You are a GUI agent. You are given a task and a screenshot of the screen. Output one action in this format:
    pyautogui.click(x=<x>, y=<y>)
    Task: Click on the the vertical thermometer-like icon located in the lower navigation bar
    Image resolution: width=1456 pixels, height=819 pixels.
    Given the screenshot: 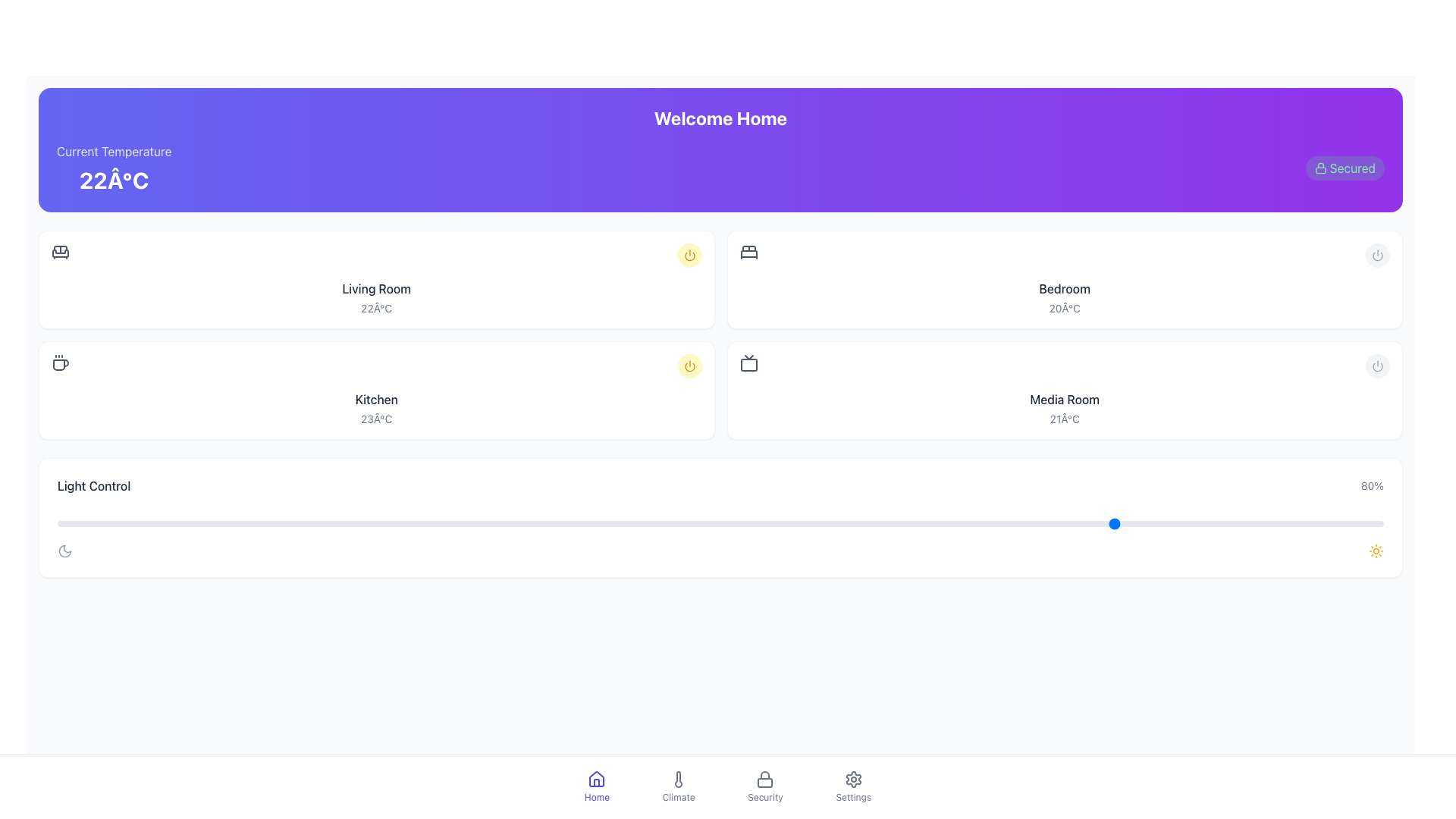 What is the action you would take?
    pyautogui.click(x=678, y=780)
    